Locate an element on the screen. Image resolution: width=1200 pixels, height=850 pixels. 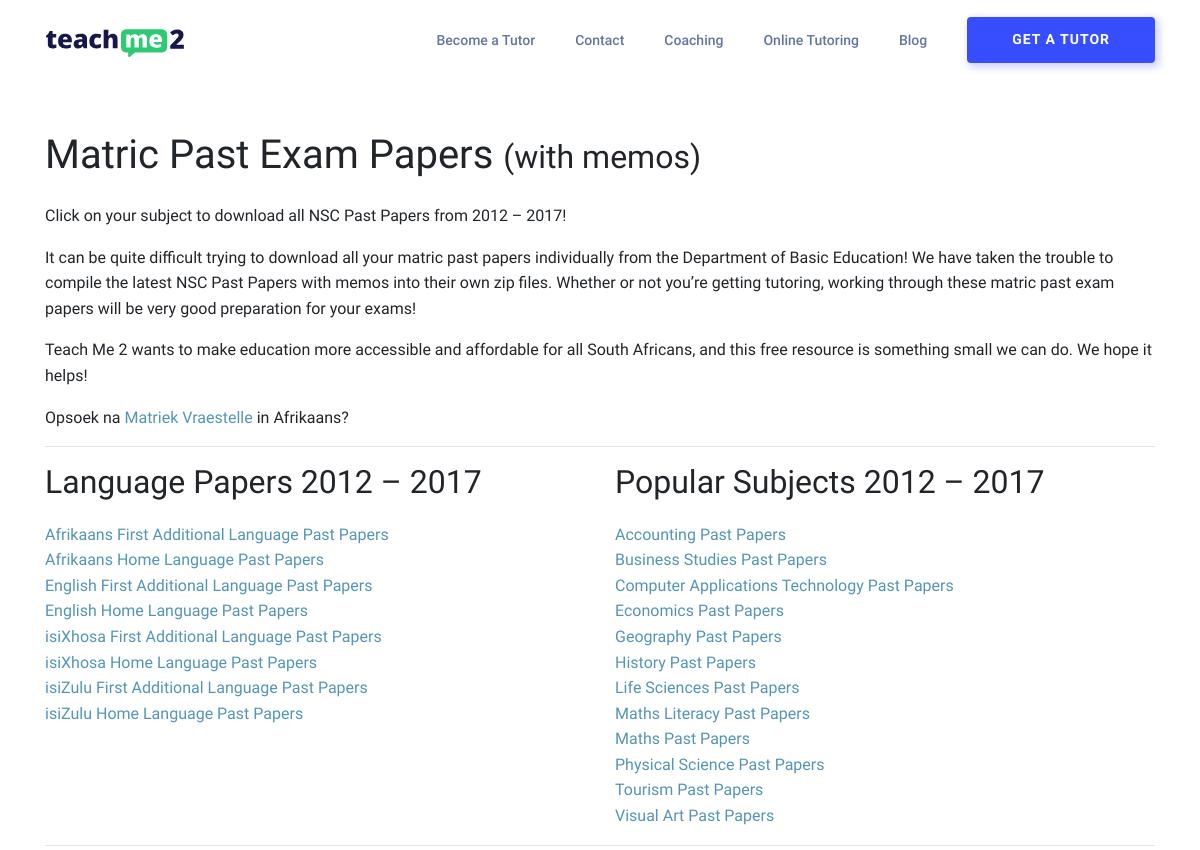
'Geography Past Papers' is located at coordinates (698, 634).